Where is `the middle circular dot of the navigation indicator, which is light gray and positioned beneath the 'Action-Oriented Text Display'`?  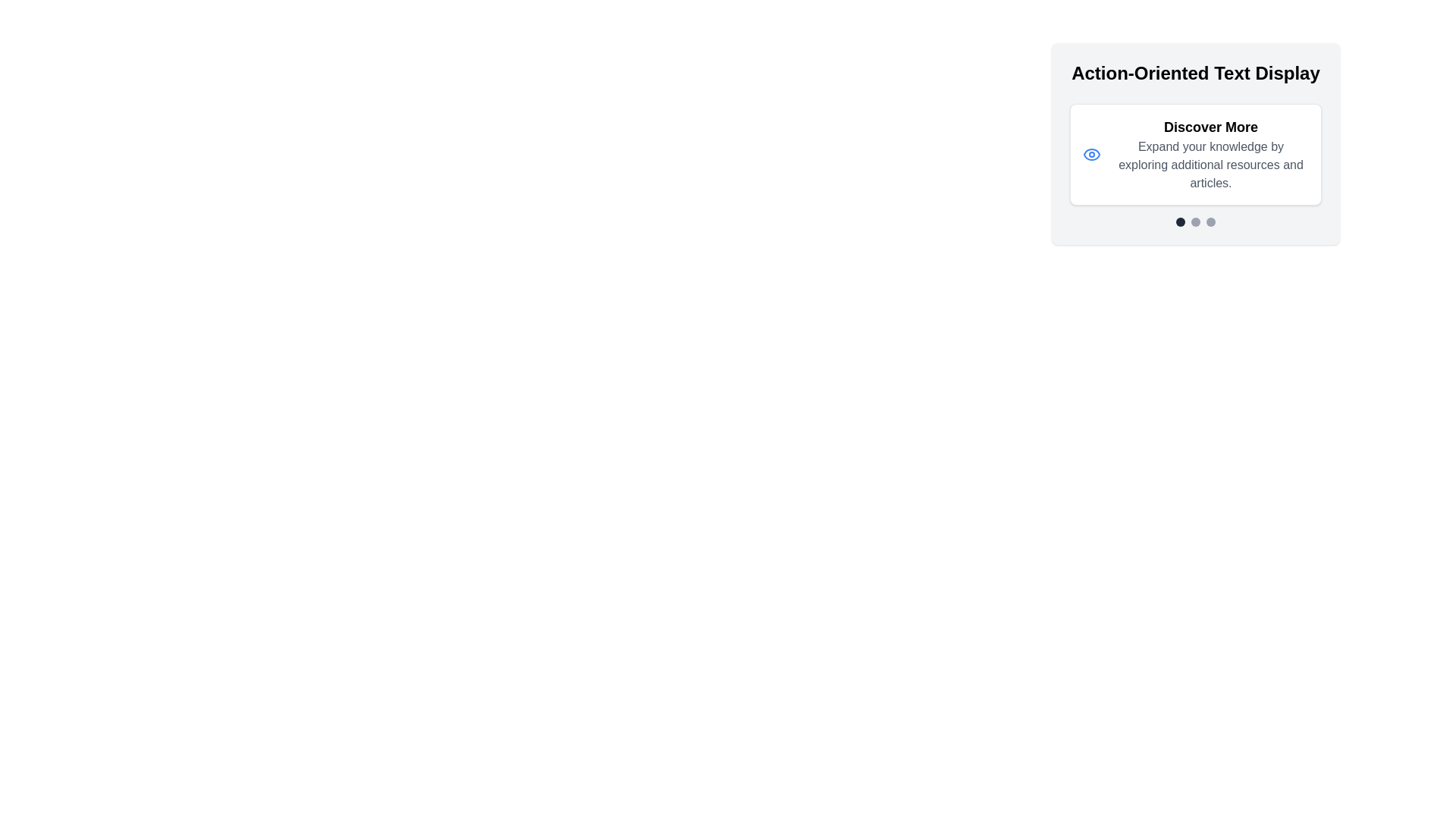 the middle circular dot of the navigation indicator, which is light gray and positioned beneath the 'Action-Oriented Text Display' is located at coordinates (1195, 222).